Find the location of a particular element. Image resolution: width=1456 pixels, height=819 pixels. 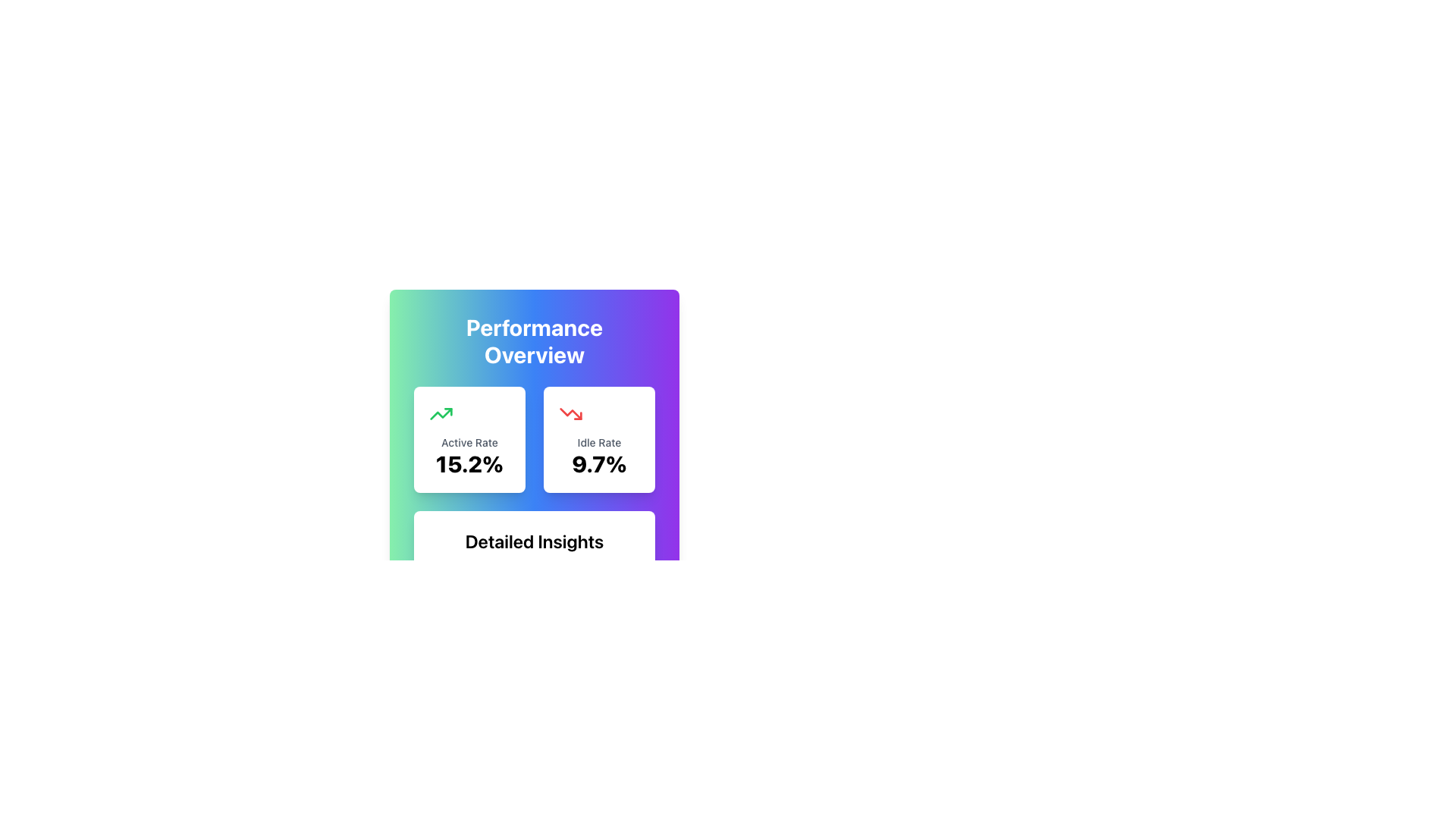

the 'Idle Rate' text label, which is positioned beneath the red downward arrow icon and above the '9.7%' text, located at the top-right of the card is located at coordinates (598, 442).